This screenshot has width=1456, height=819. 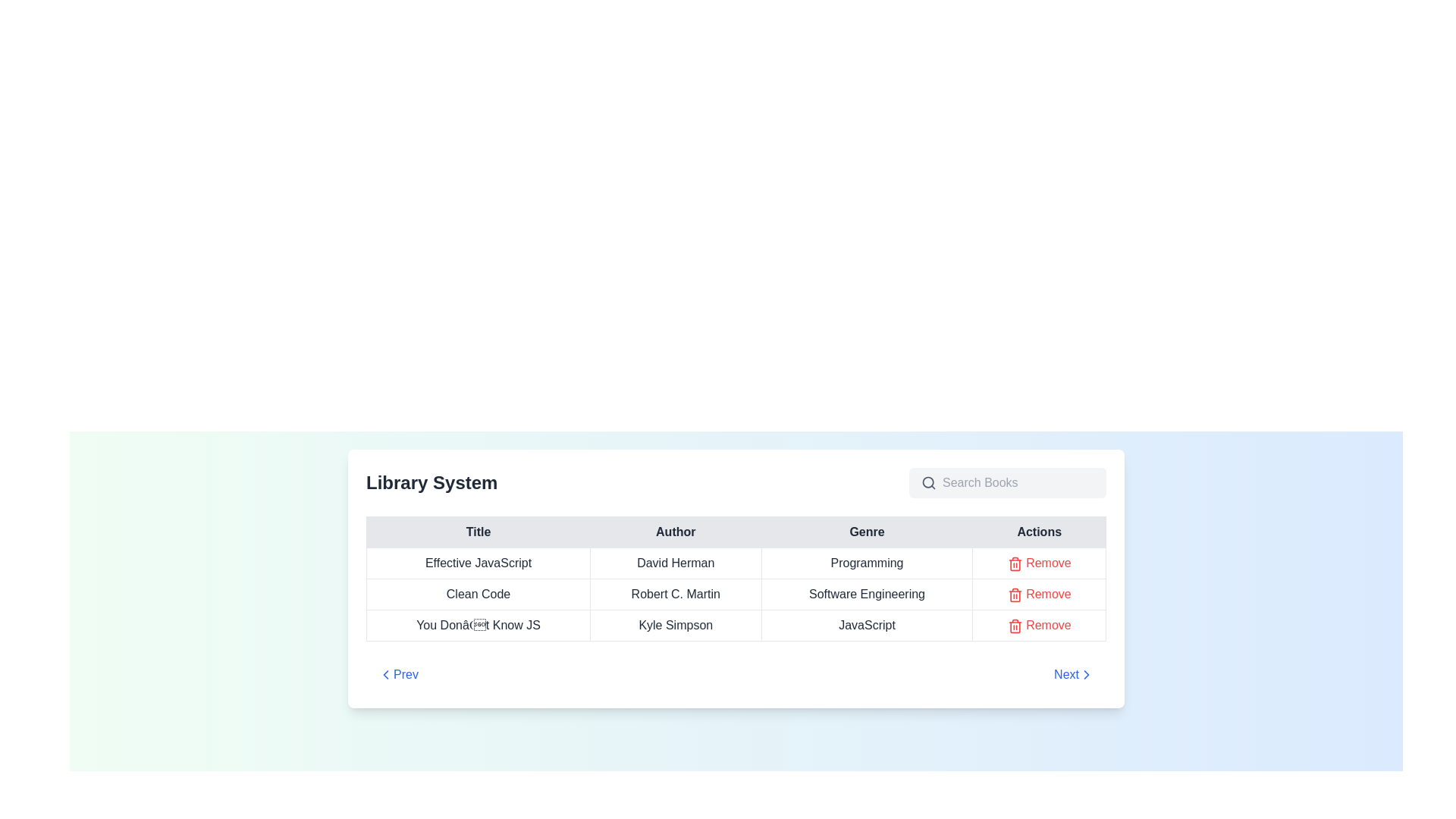 What do you see at coordinates (1038, 532) in the screenshot?
I see `the 'Actions' text label, which is the fourth and final column header in the table's header row, displayed in bold dark font on a light gray background` at bounding box center [1038, 532].